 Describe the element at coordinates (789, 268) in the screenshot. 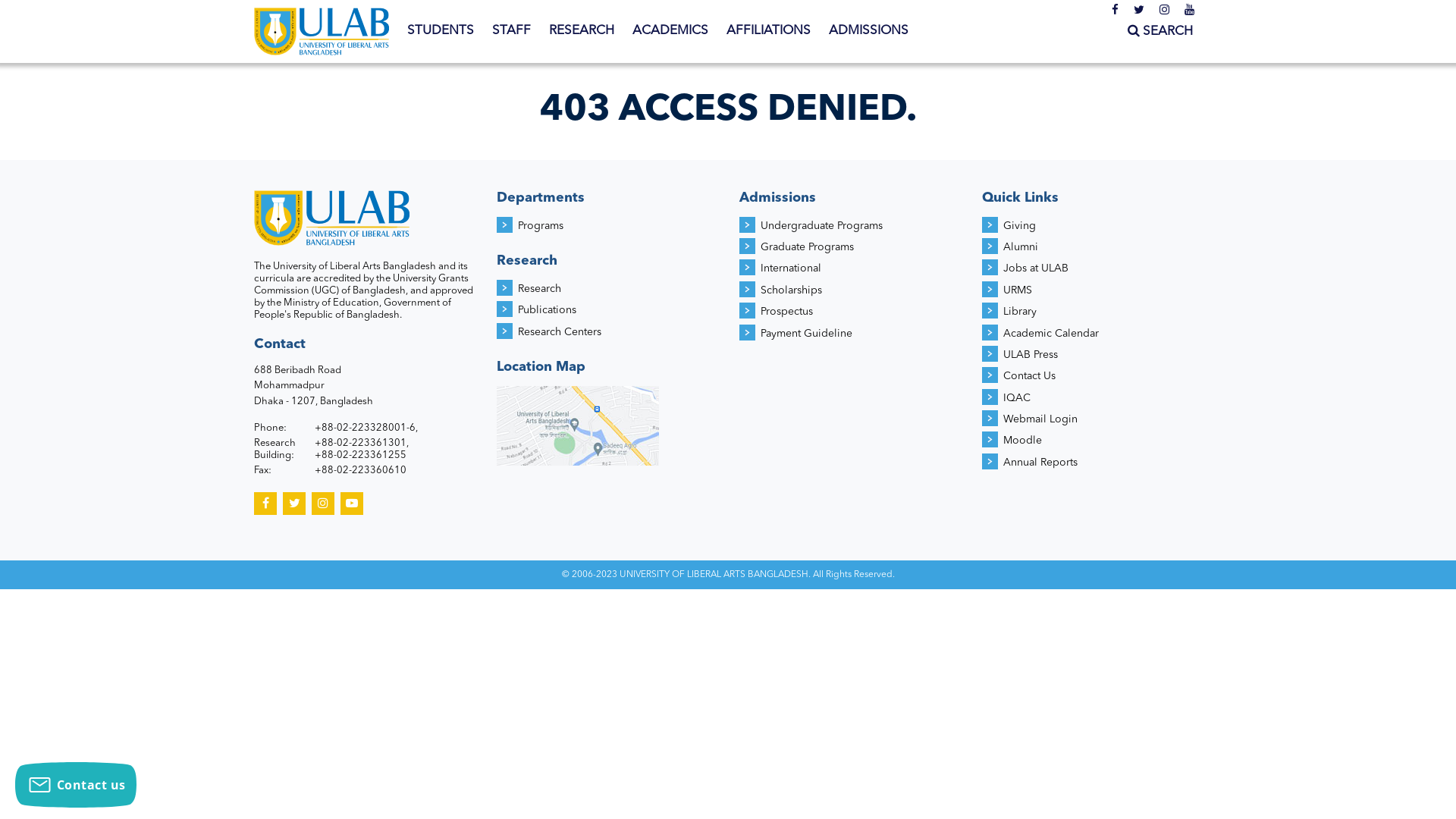

I see `'International'` at that location.